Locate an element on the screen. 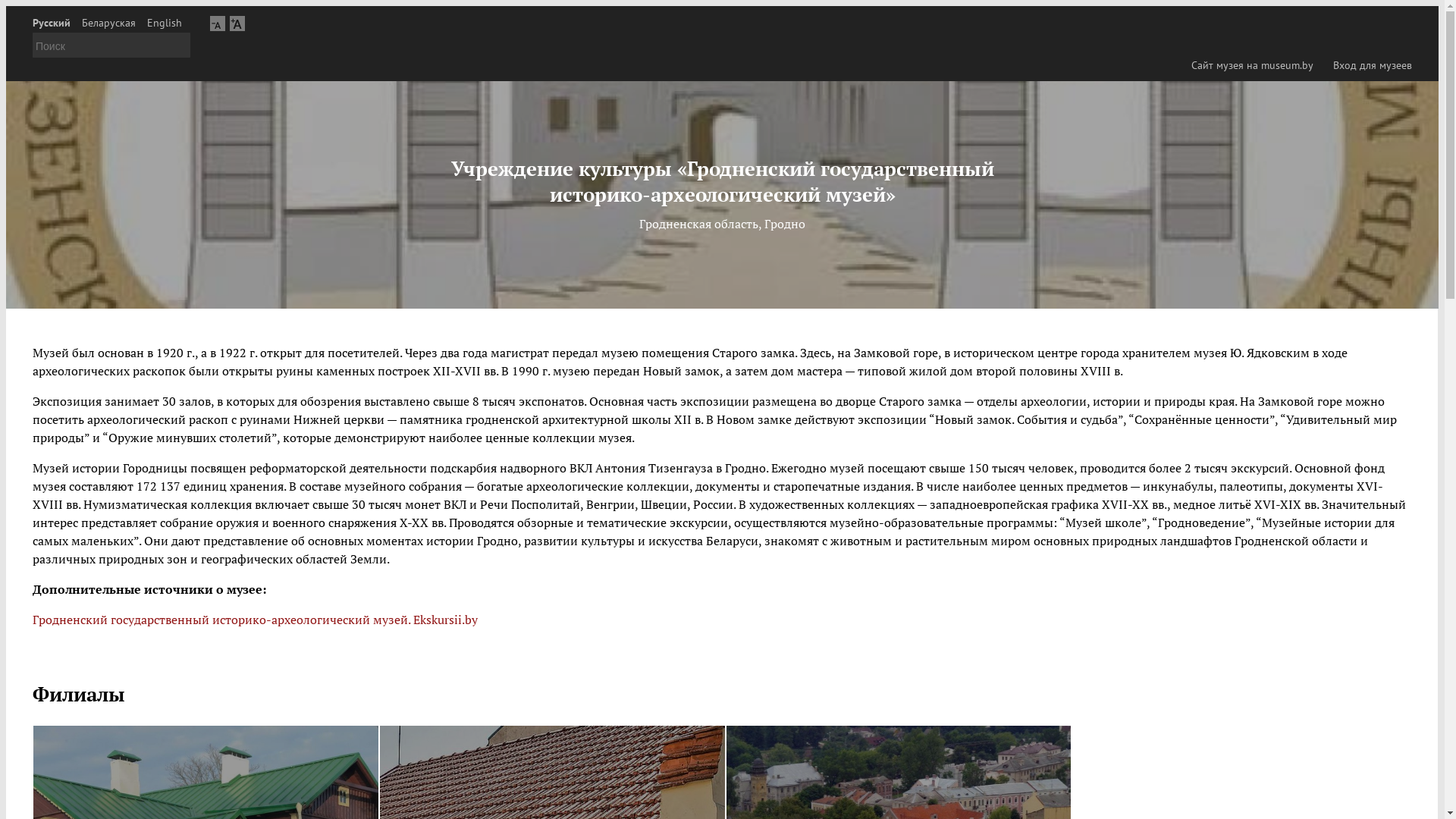 This screenshot has width=1456, height=819. 'English' is located at coordinates (164, 23).